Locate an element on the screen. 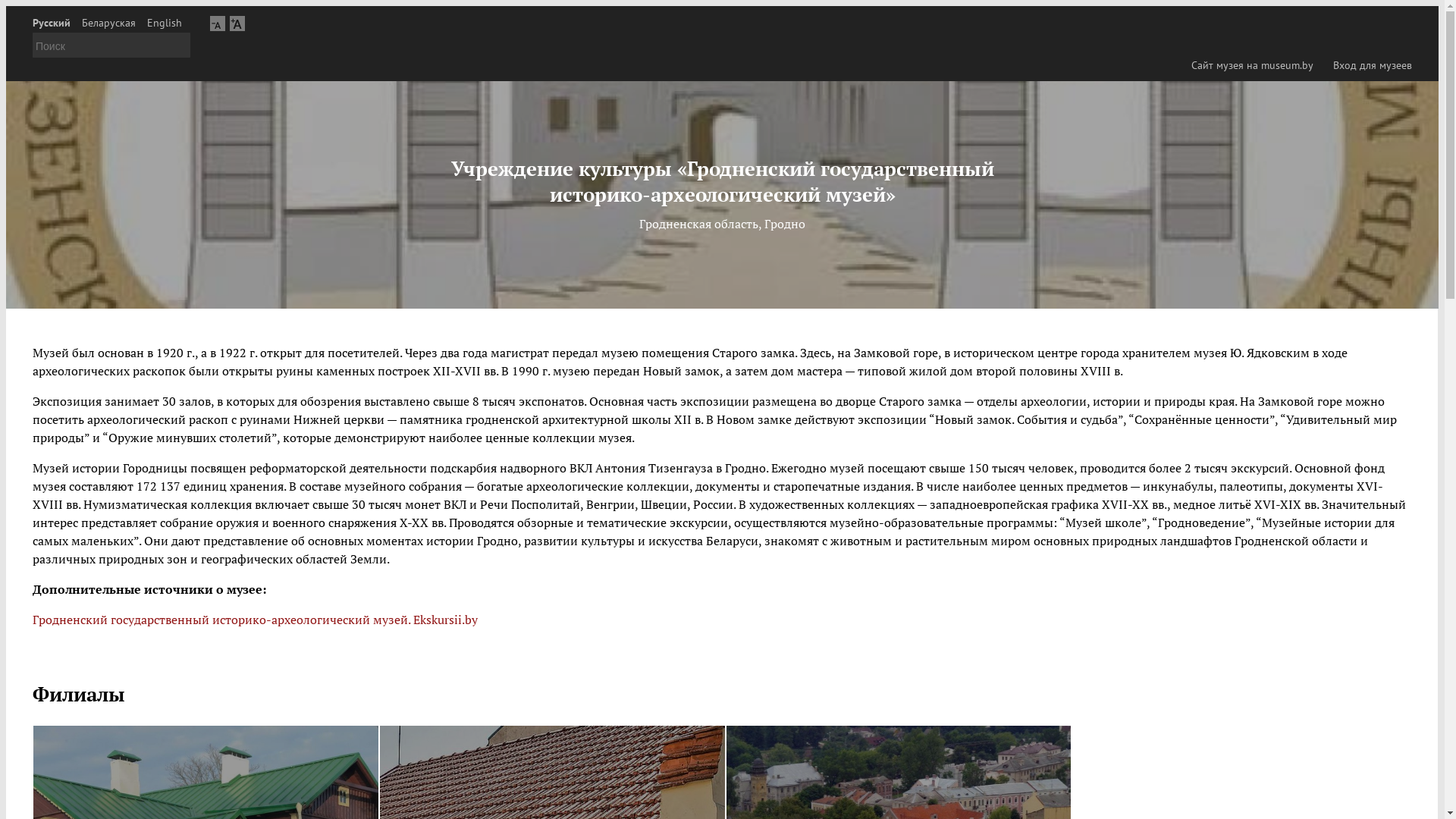 This screenshot has width=1456, height=819. 'English' is located at coordinates (164, 23).